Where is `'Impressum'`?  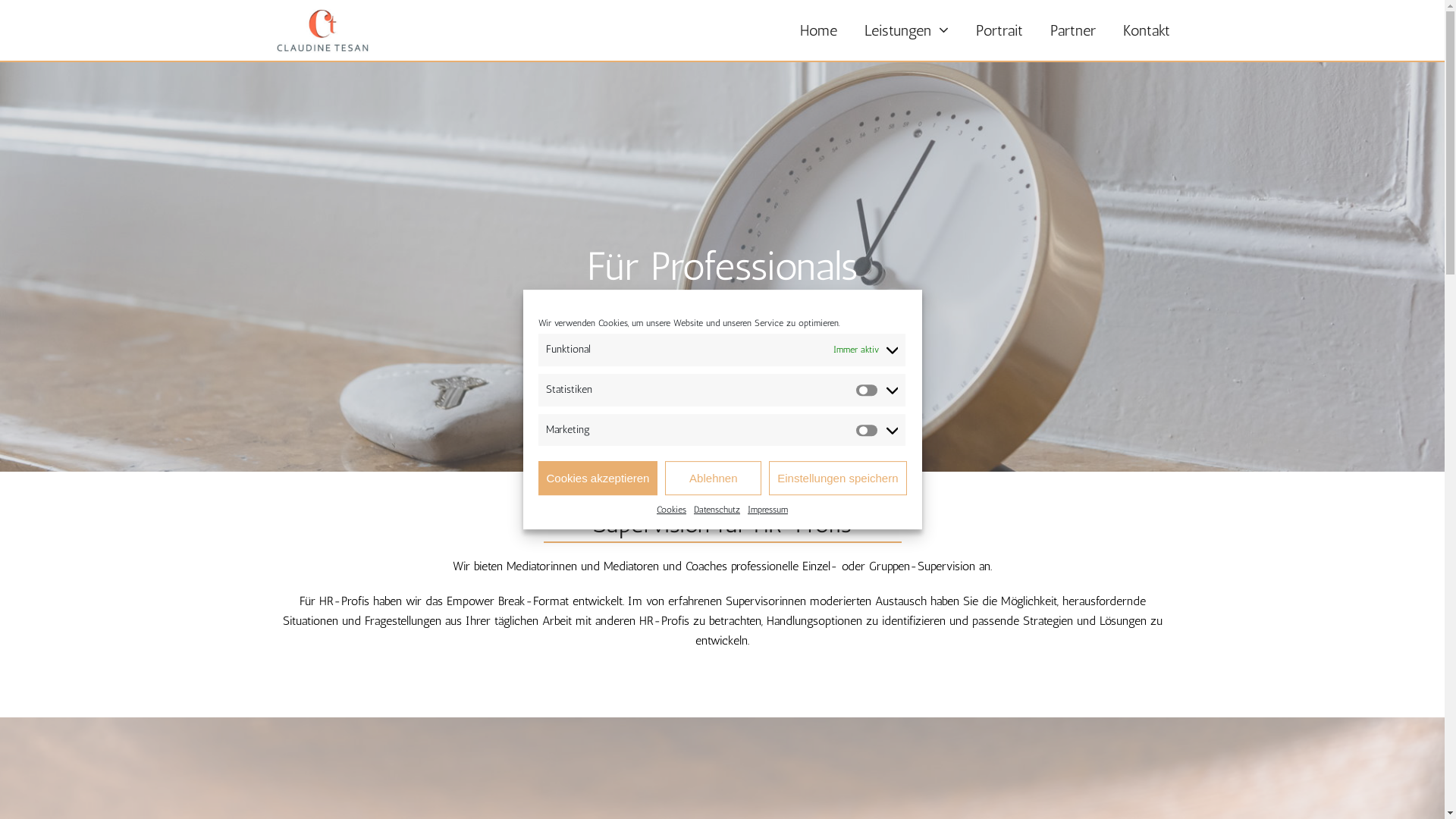
'Impressum' is located at coordinates (767, 510).